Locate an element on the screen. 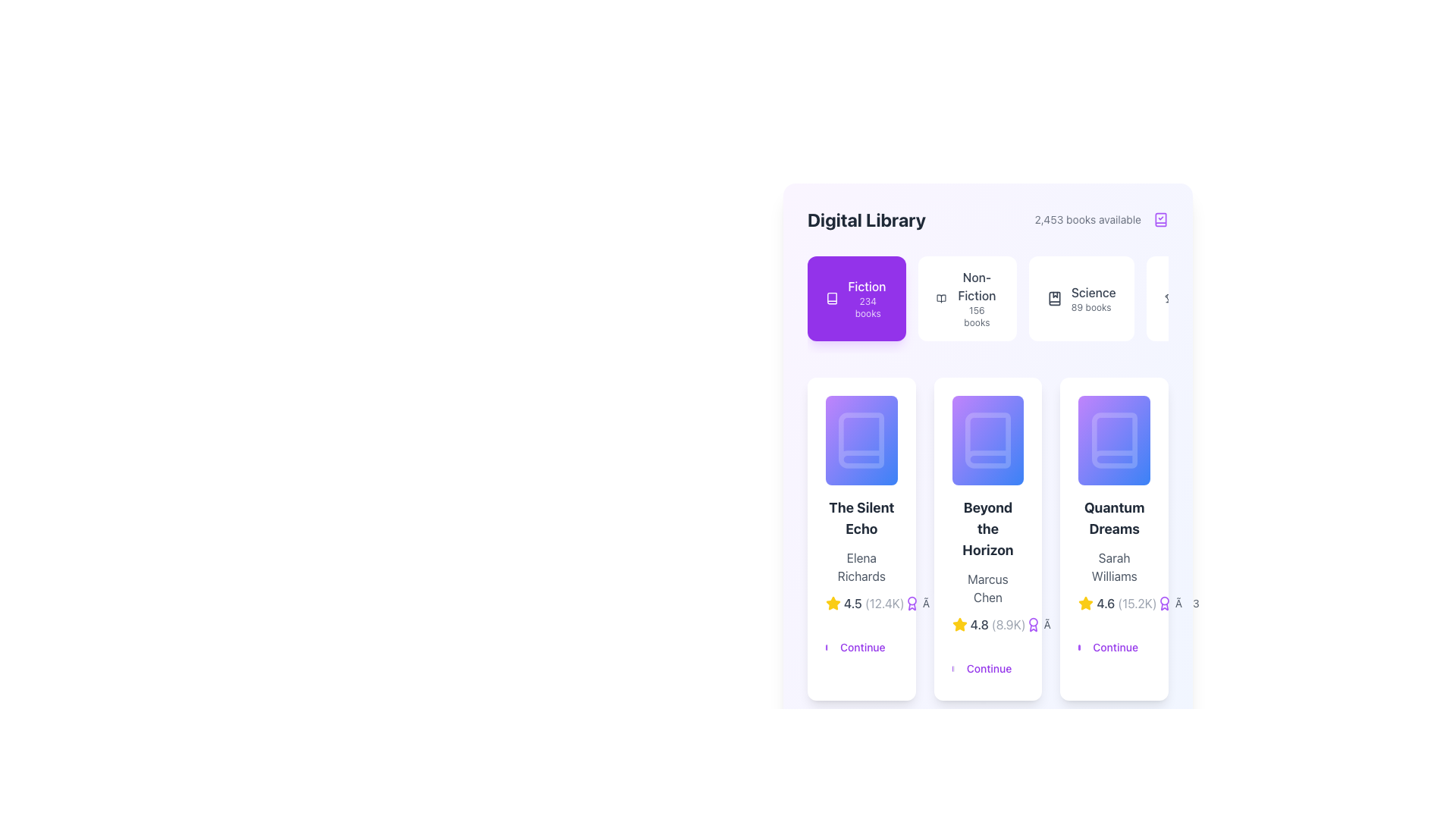  the clickable button located at the bottom center of the card for 'The Silent Echo' is located at coordinates (861, 642).